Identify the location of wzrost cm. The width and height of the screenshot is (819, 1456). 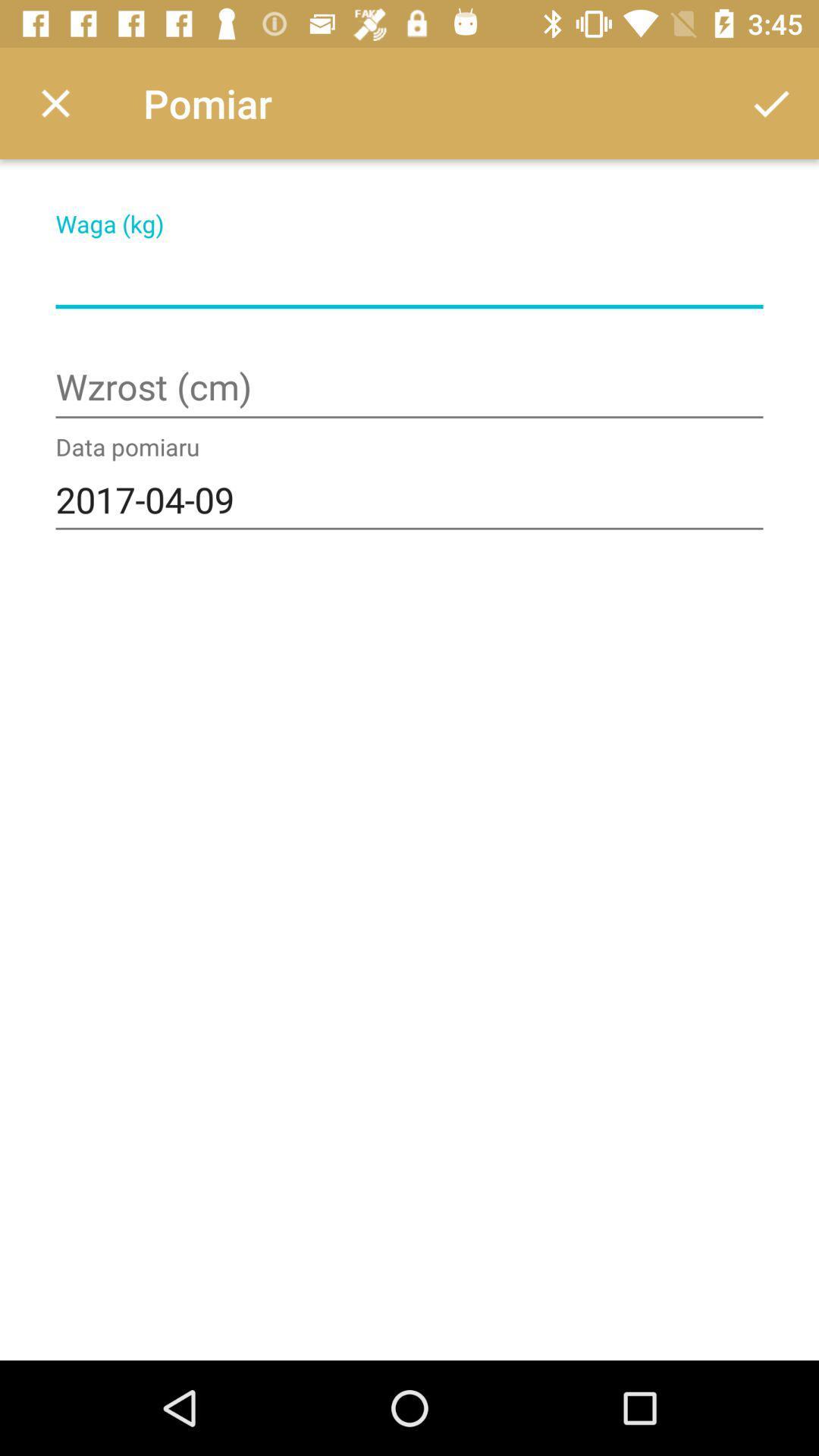
(409, 389).